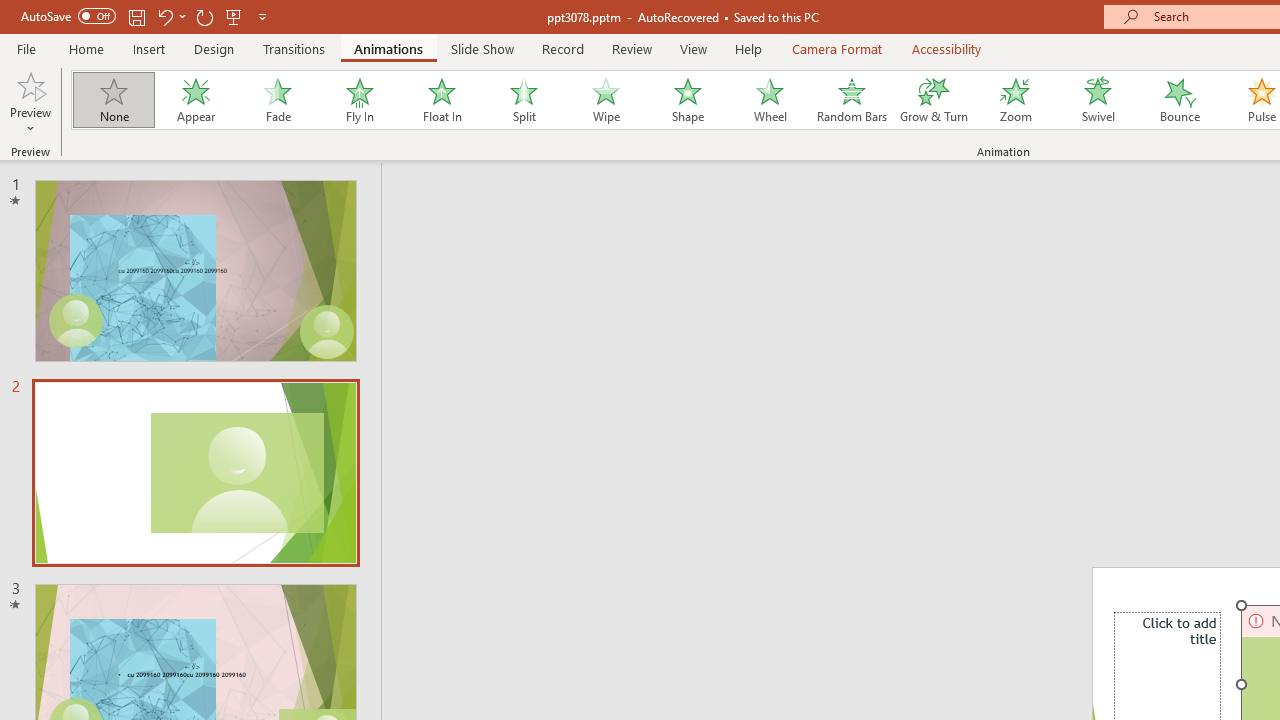  Describe the element at coordinates (604, 100) in the screenshot. I see `'Wipe'` at that location.